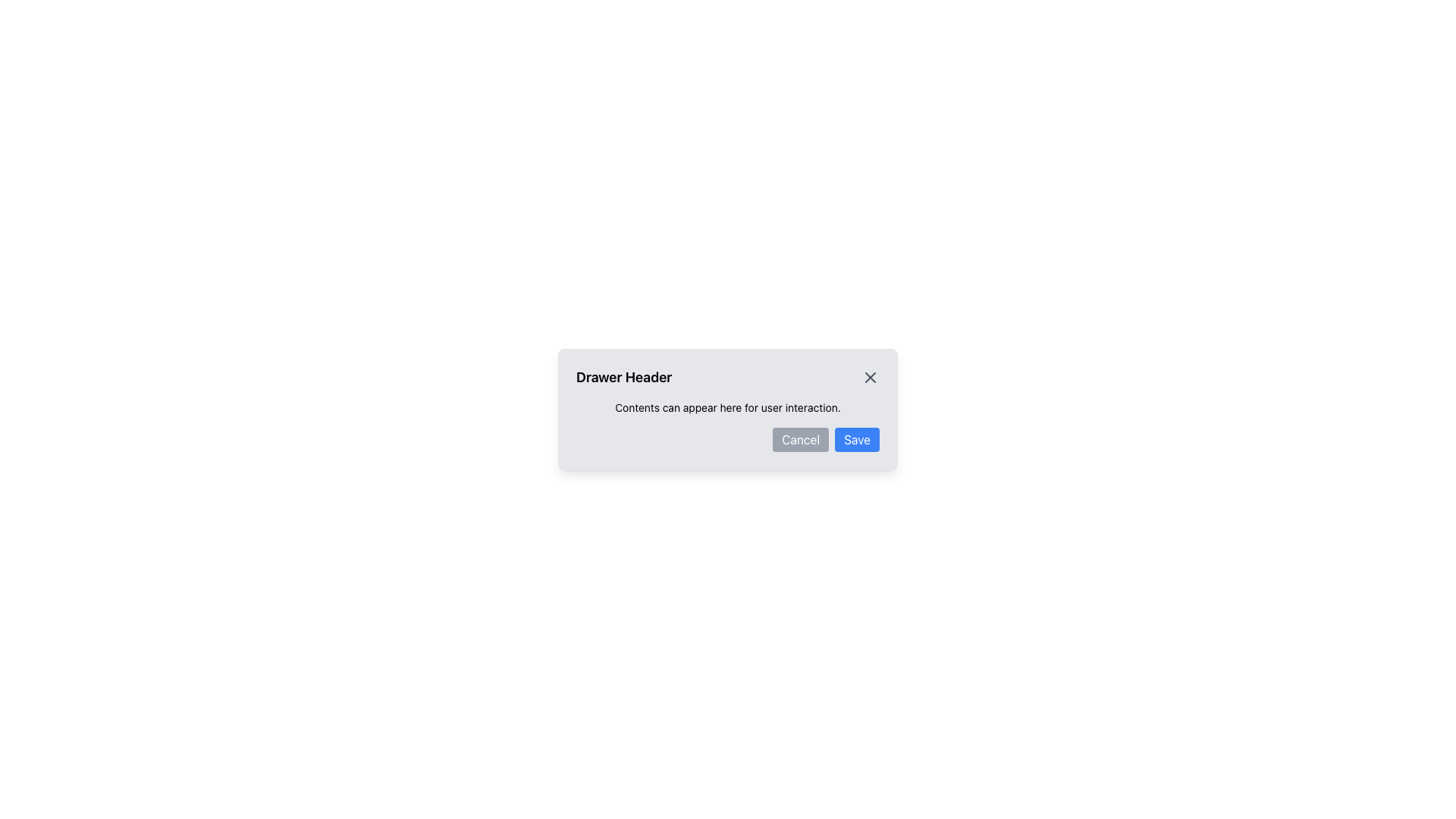 This screenshot has height=819, width=1456. What do you see at coordinates (800, 439) in the screenshot?
I see `the cancel button located in the bottom right corner of the dialog box` at bounding box center [800, 439].